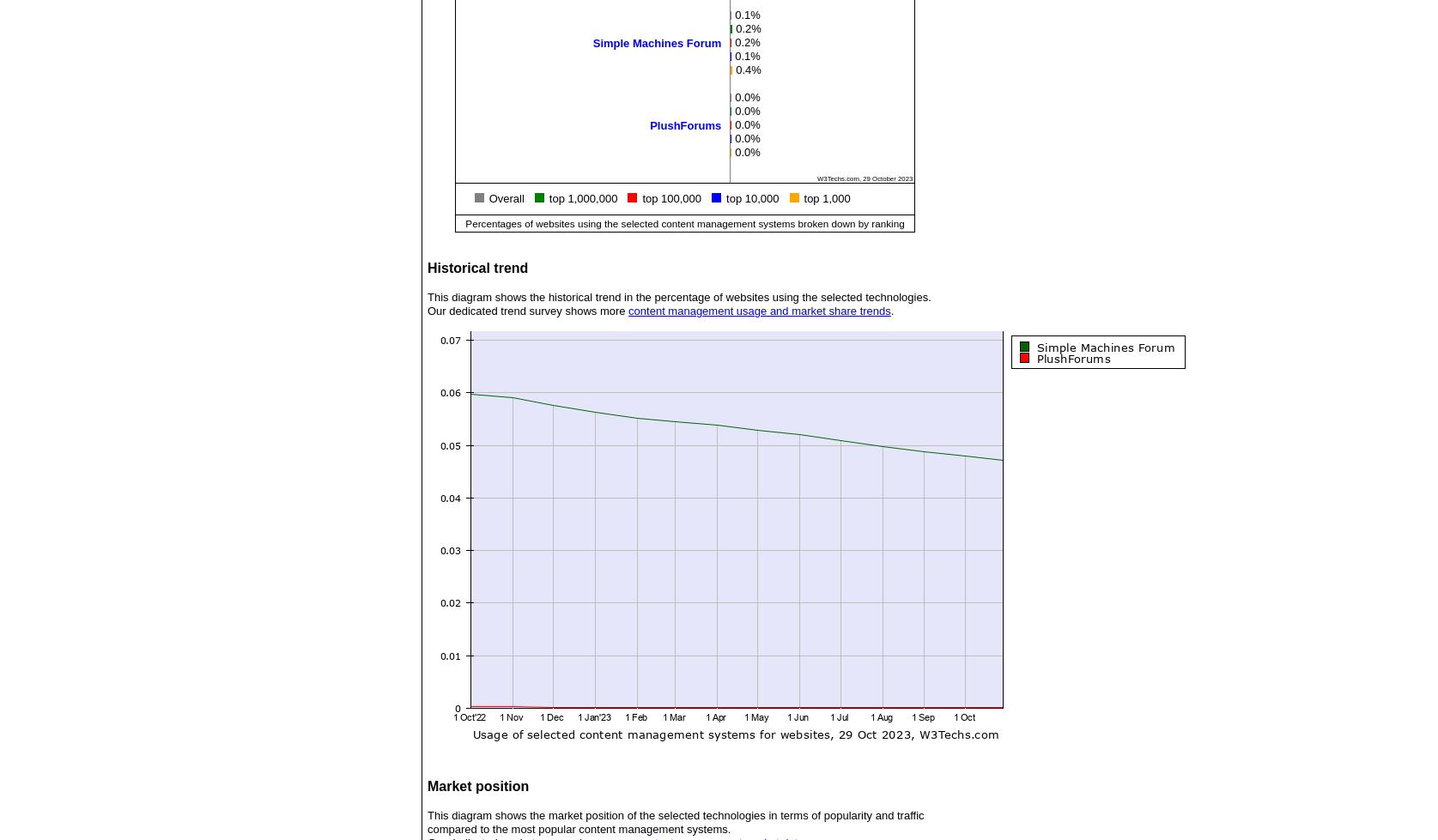 The image size is (1438, 840). What do you see at coordinates (476, 268) in the screenshot?
I see `'Historical trend'` at bounding box center [476, 268].